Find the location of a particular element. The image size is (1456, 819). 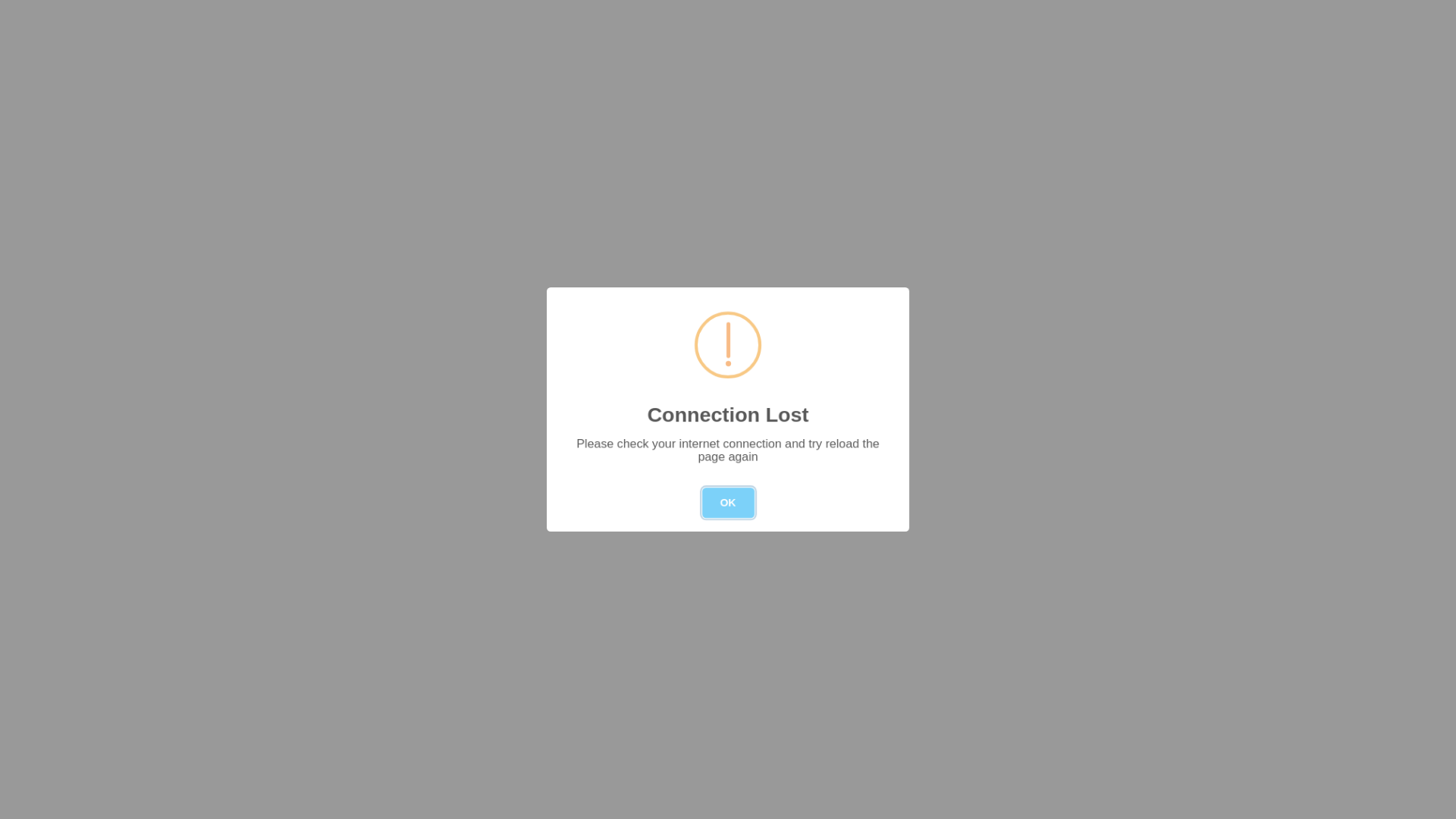

'OK' is located at coordinates (728, 503).